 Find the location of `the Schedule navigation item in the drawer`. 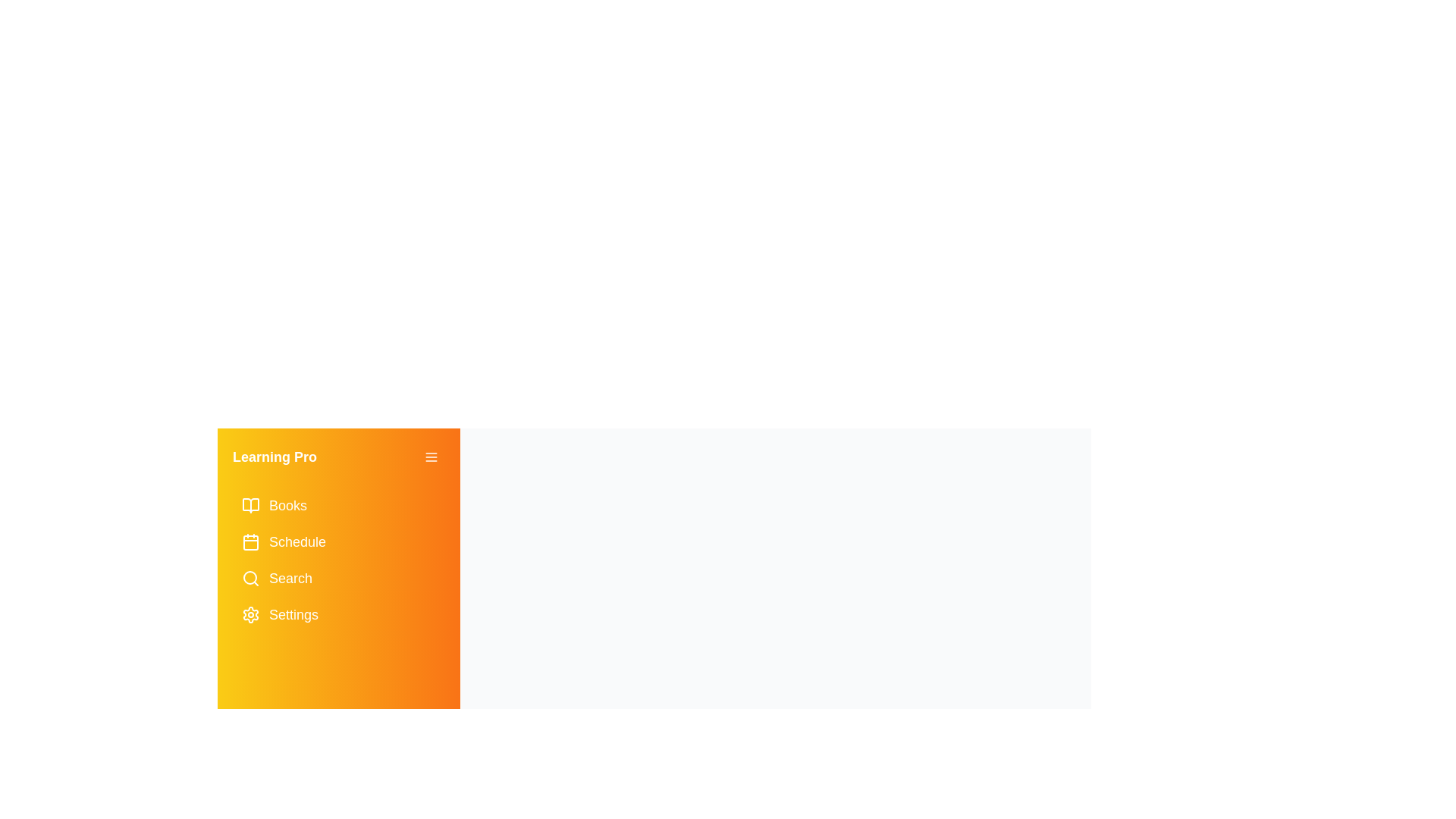

the Schedule navigation item in the drawer is located at coordinates (337, 541).